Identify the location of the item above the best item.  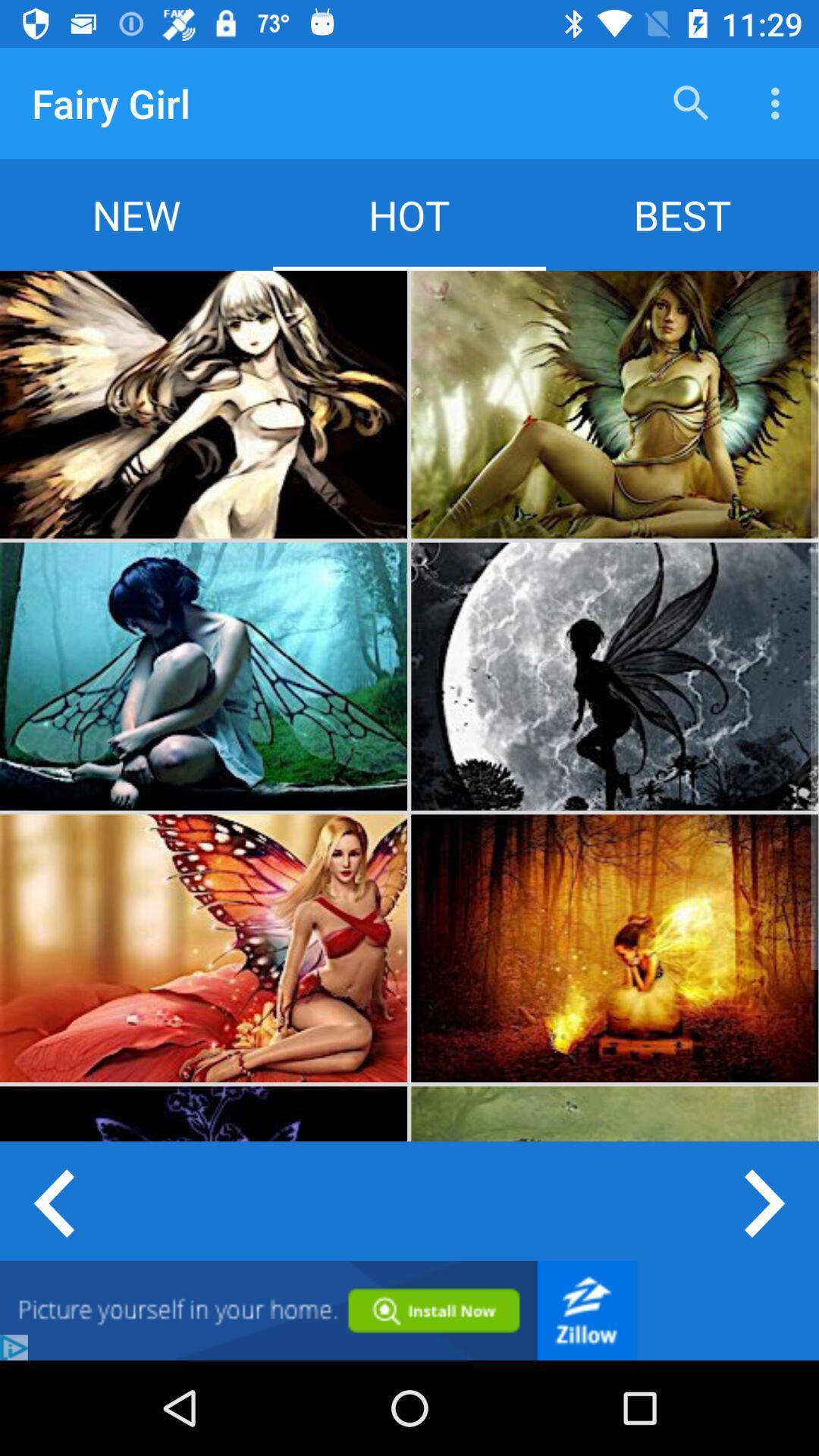
(779, 102).